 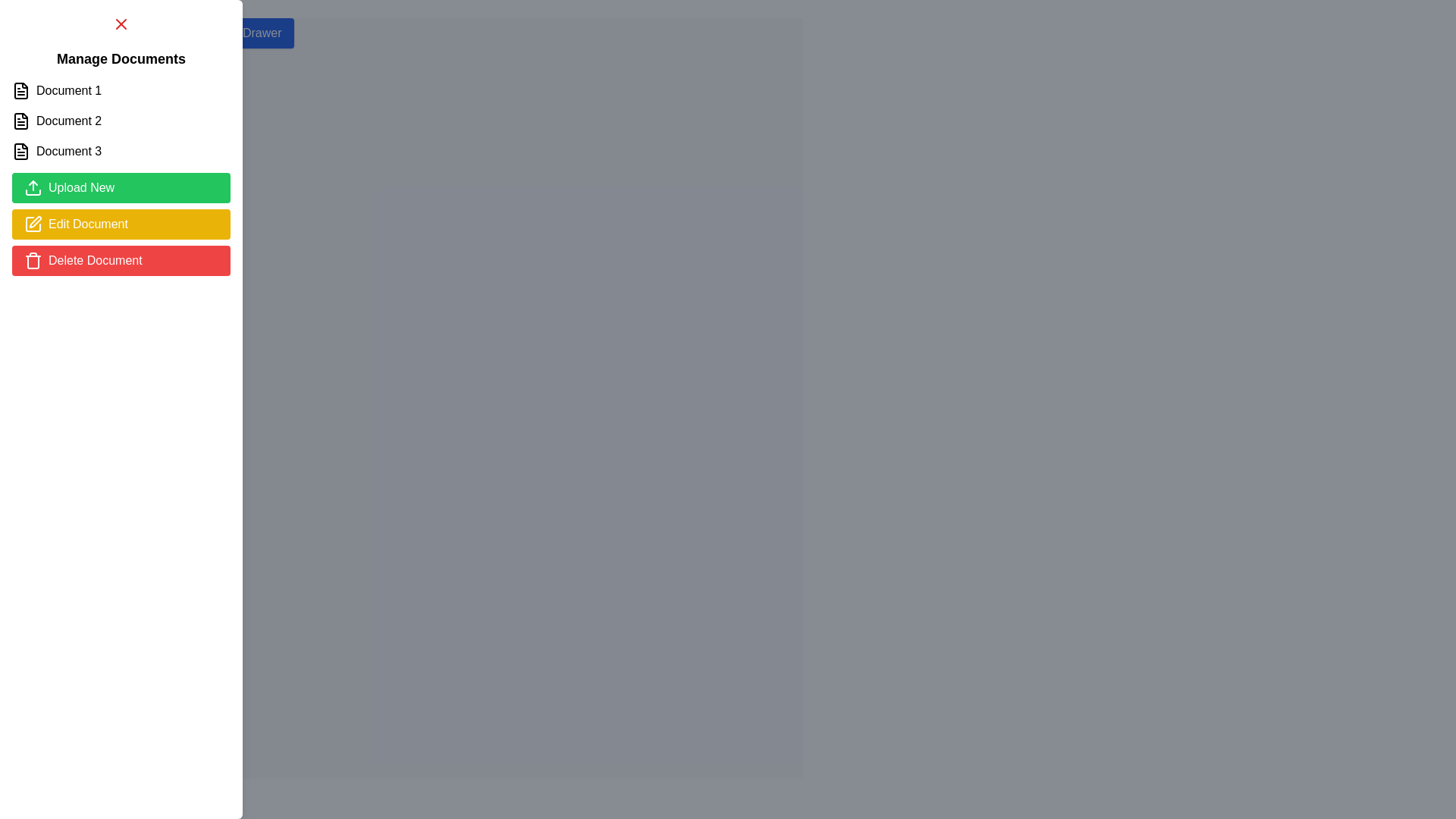 What do you see at coordinates (120, 24) in the screenshot?
I see `the red outlined 'X' icon button located at the top-left corner of the interface` at bounding box center [120, 24].